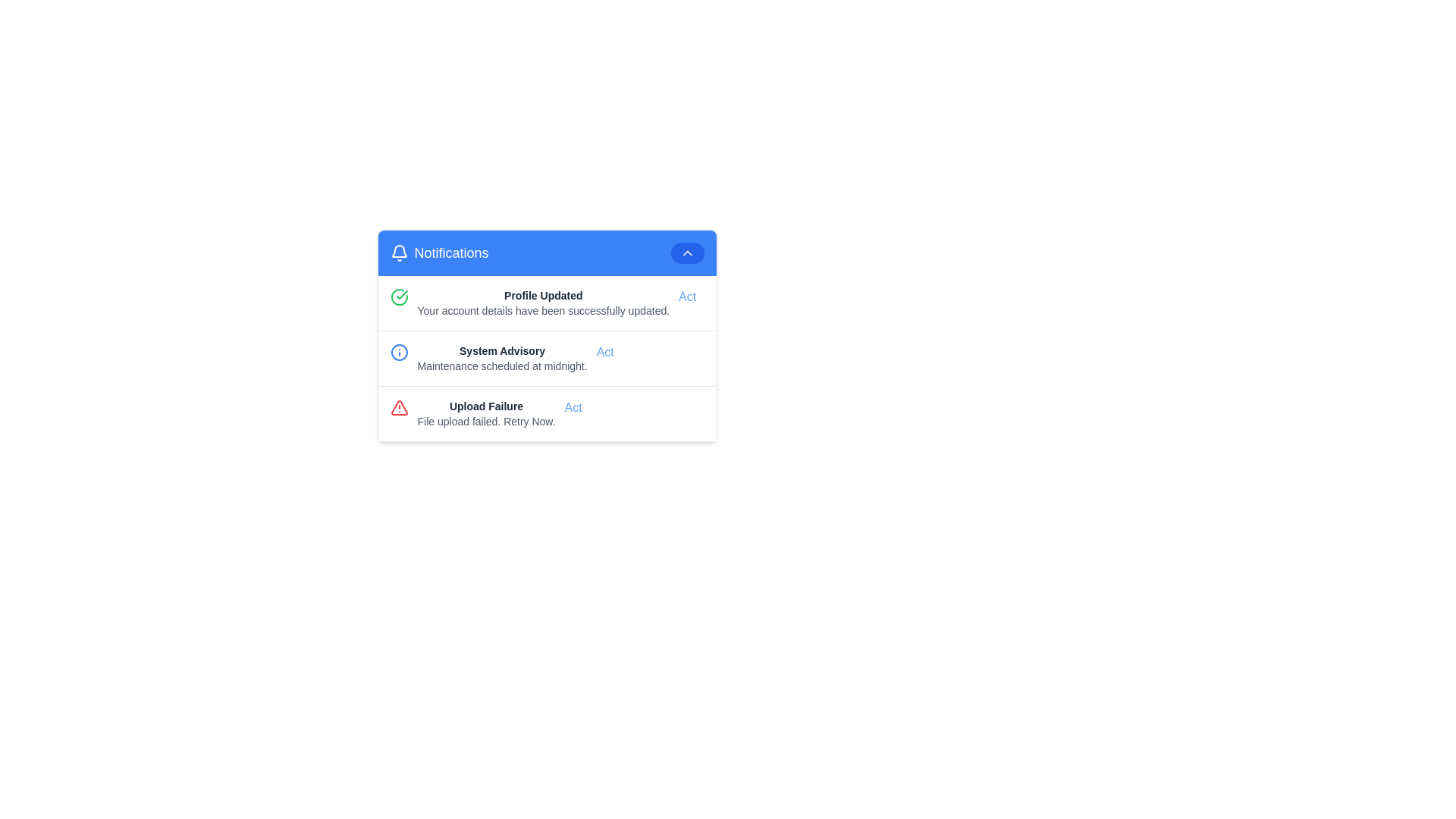  What do you see at coordinates (399, 406) in the screenshot?
I see `the alert icon located at the beginning of the 'Upload Failure' notification row to get more details about the issue` at bounding box center [399, 406].